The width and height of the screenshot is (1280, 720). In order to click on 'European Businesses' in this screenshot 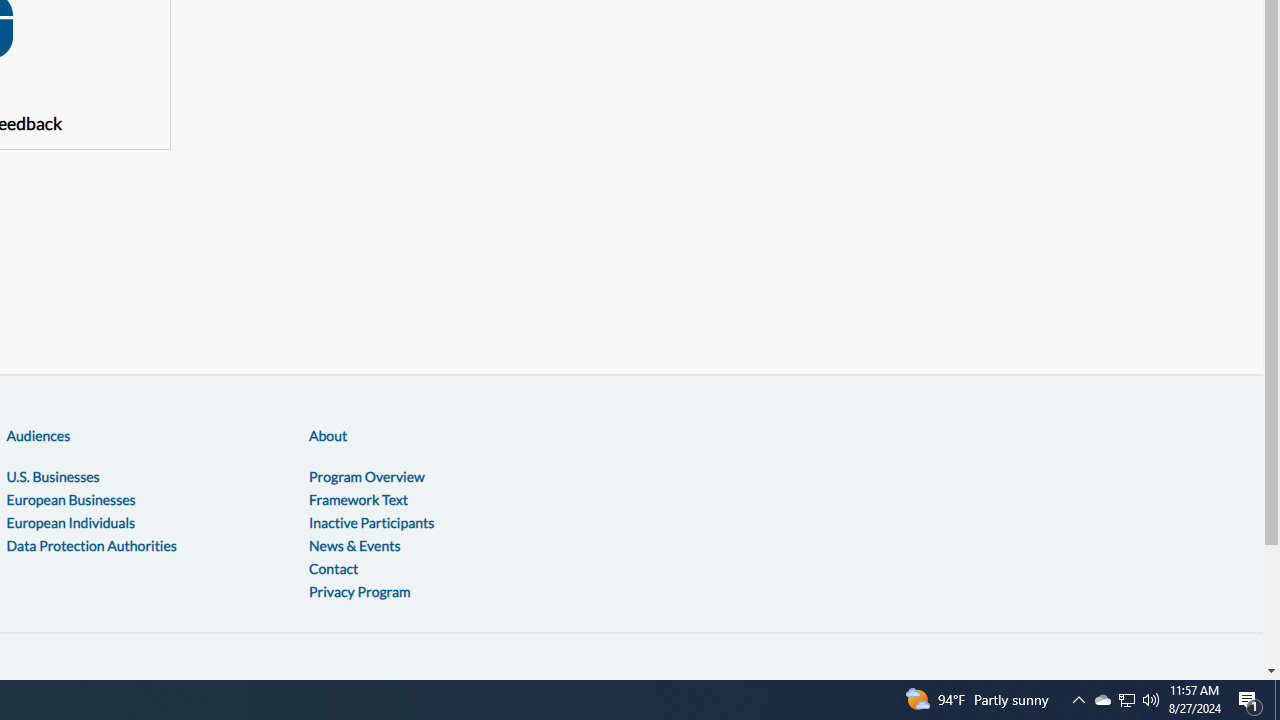, I will do `click(71, 498)`.